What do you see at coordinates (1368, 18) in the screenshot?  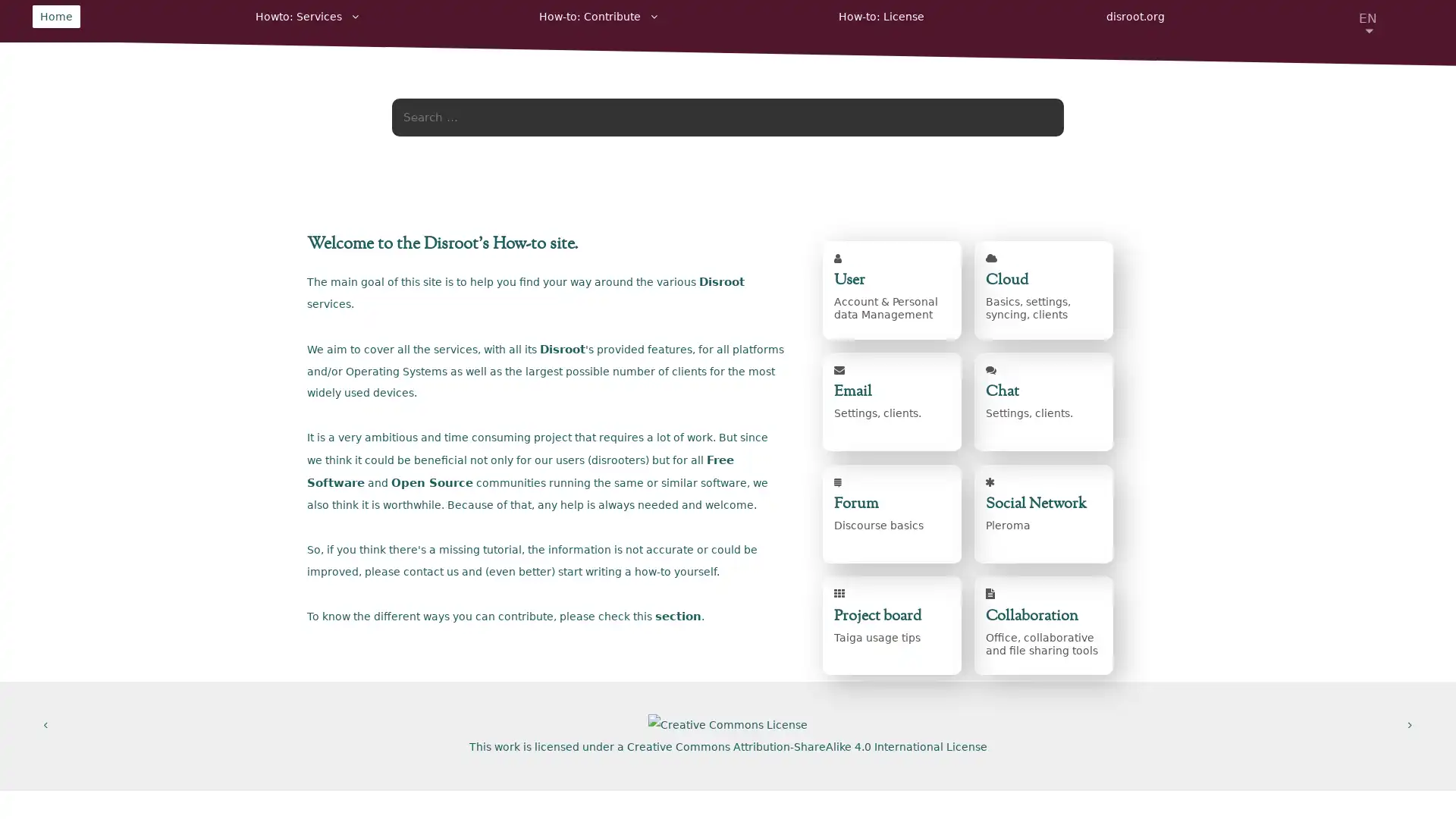 I see `EN` at bounding box center [1368, 18].